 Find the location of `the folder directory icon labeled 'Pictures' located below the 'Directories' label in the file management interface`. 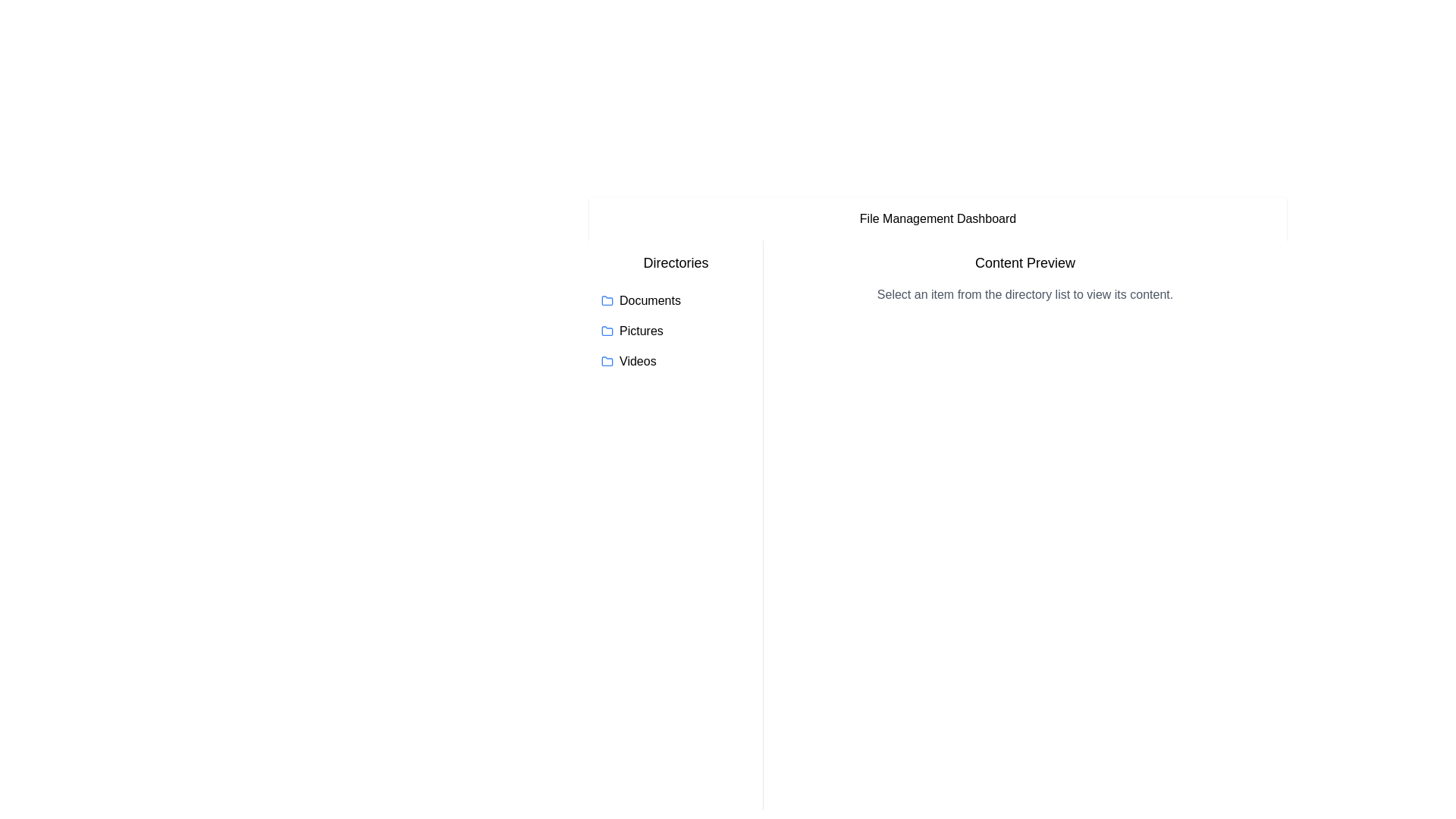

the folder directory icon labeled 'Pictures' located below the 'Directories' label in the file management interface is located at coordinates (607, 330).